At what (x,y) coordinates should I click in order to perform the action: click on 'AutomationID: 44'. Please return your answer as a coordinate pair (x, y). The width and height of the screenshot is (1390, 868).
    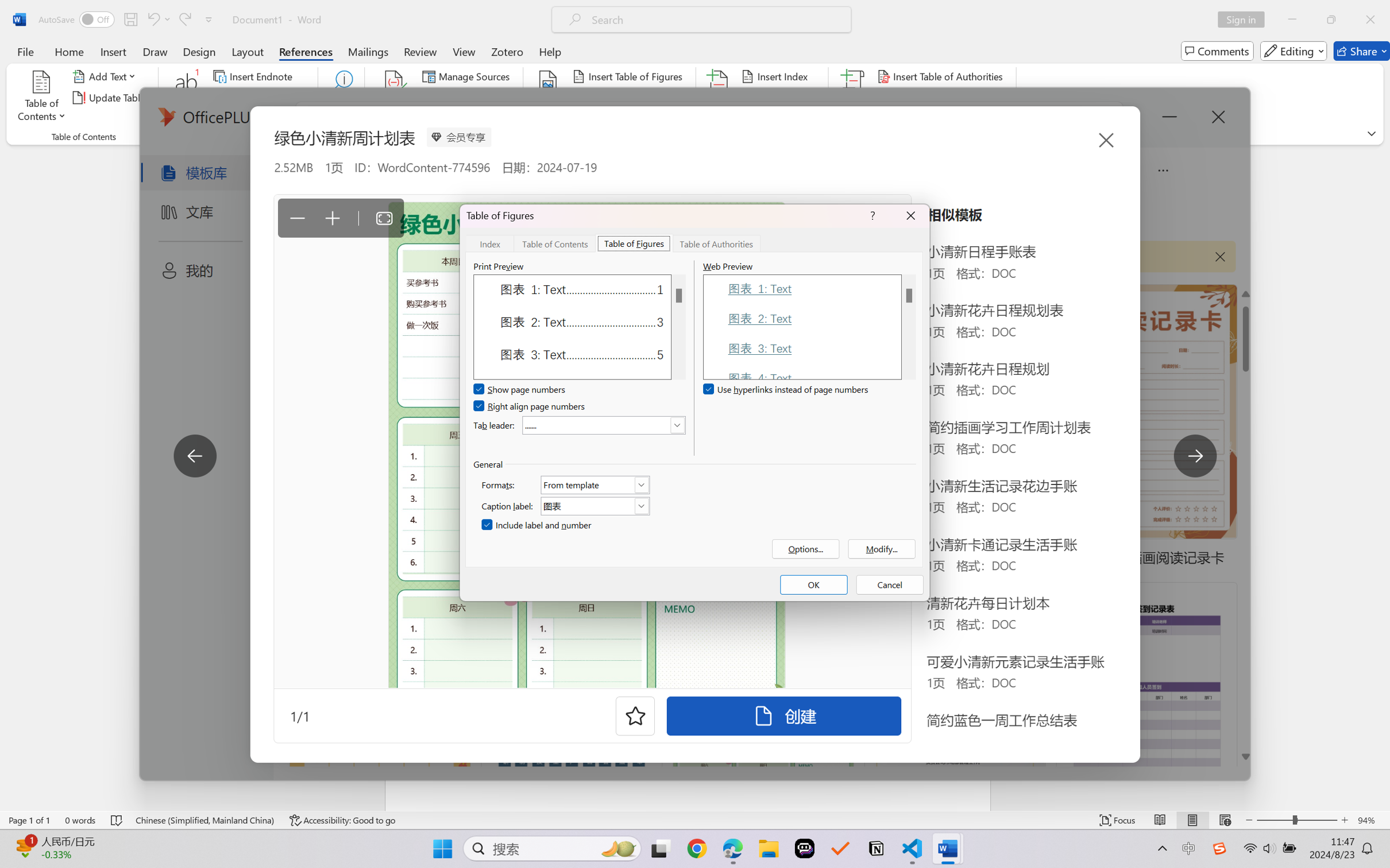
    Looking at the image, I should click on (678, 327).